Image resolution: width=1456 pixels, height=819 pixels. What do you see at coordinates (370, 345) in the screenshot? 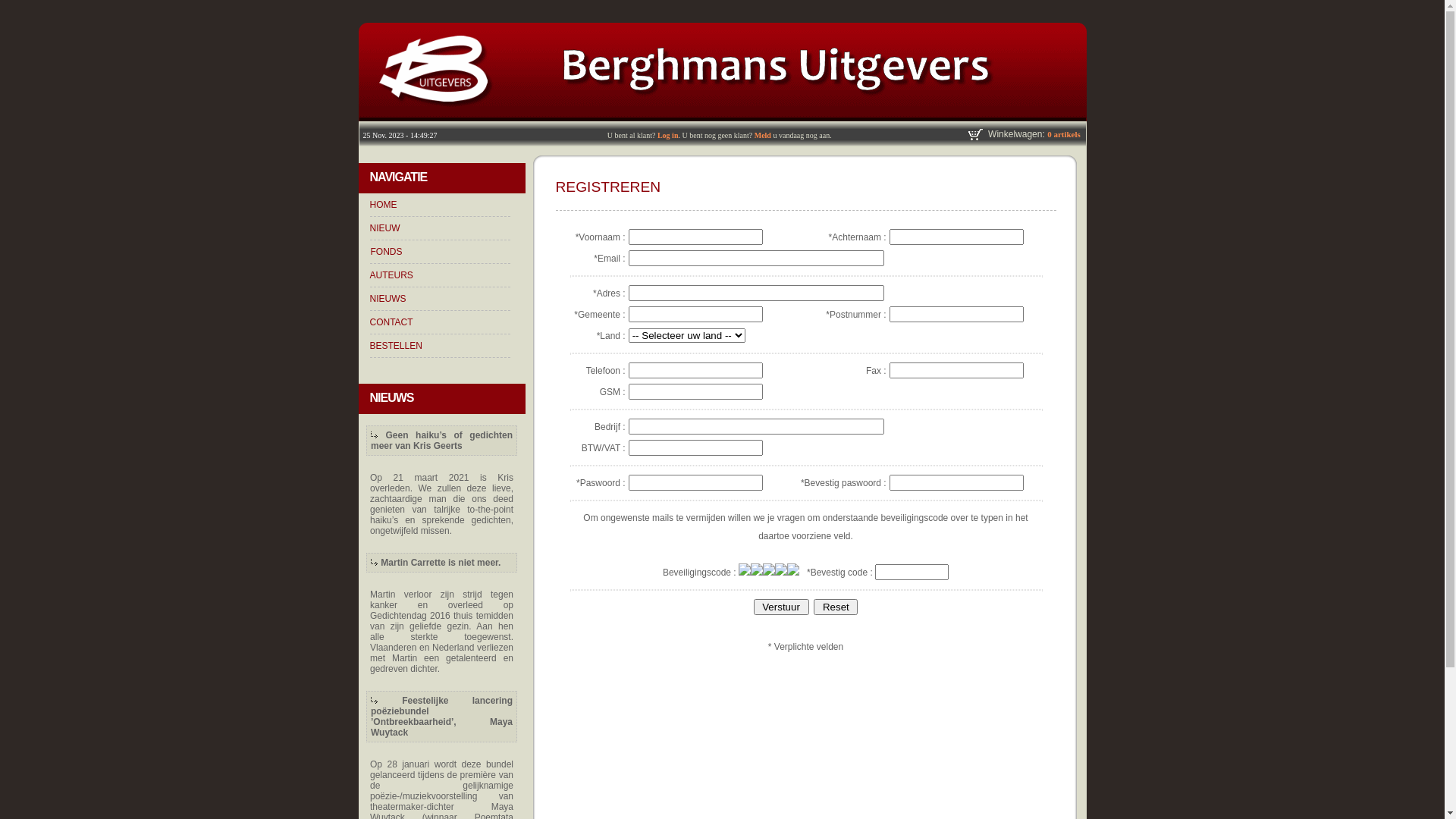
I see `'BESTELLEN'` at bounding box center [370, 345].